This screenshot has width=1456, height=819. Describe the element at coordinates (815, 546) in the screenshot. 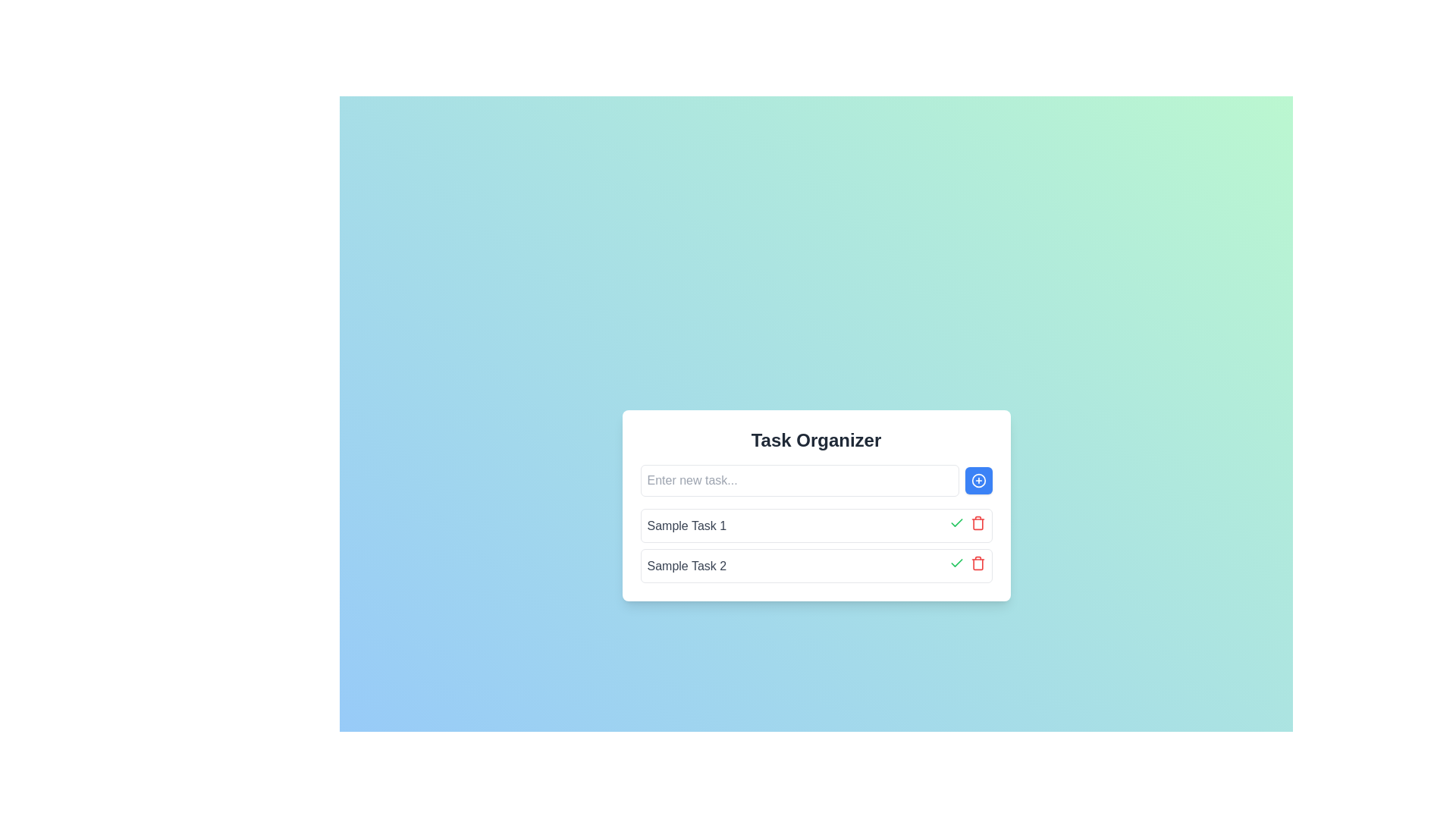

I see `task names from the List element displaying tasks located in the 'Task Organizer' panel, which contains items like 'Sample Task 1' and 'Sample Task 2'` at that location.